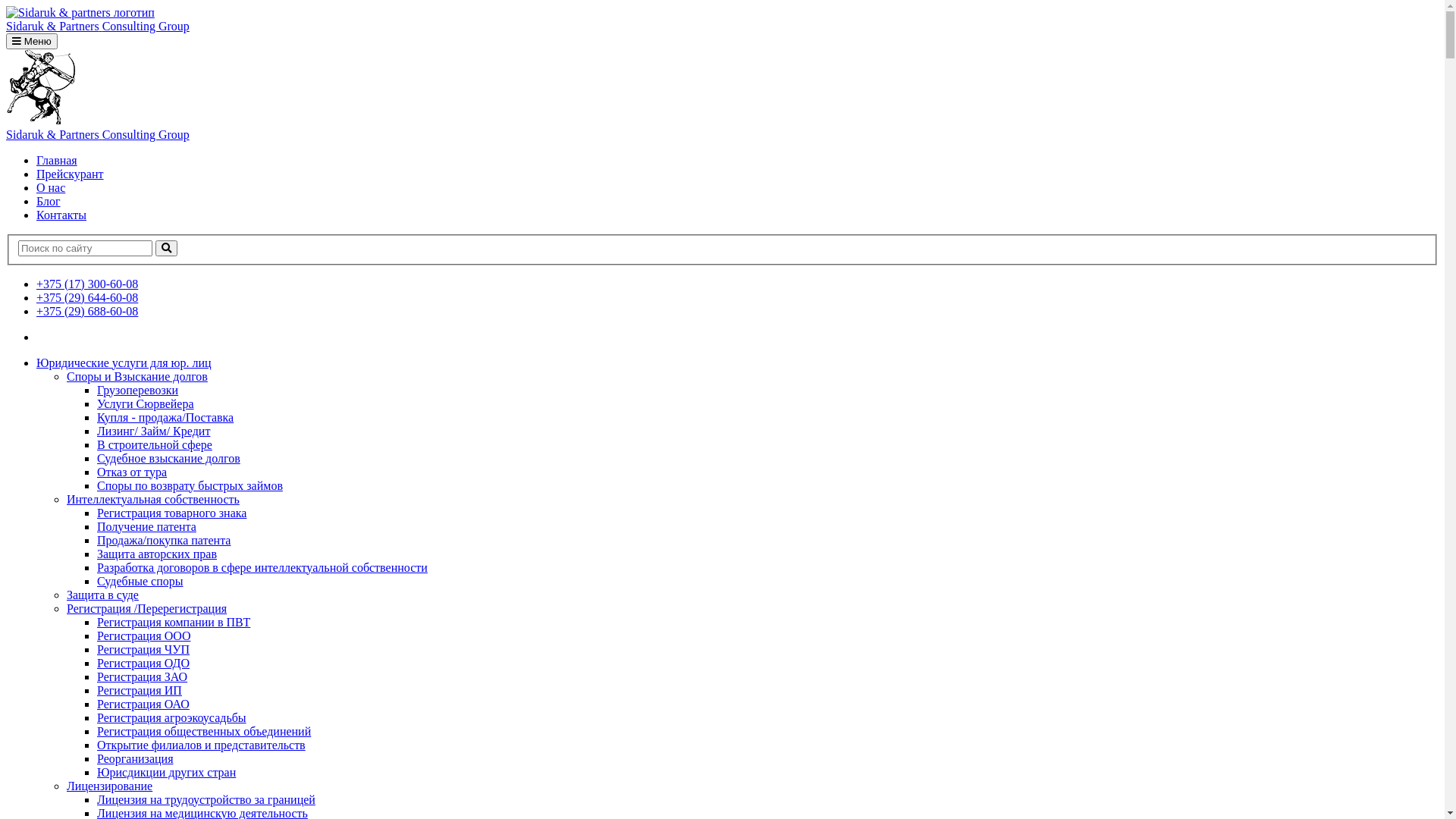  What do you see at coordinates (721, 20) in the screenshot?
I see `'Sidaruk & Partners Consulting Group'` at bounding box center [721, 20].